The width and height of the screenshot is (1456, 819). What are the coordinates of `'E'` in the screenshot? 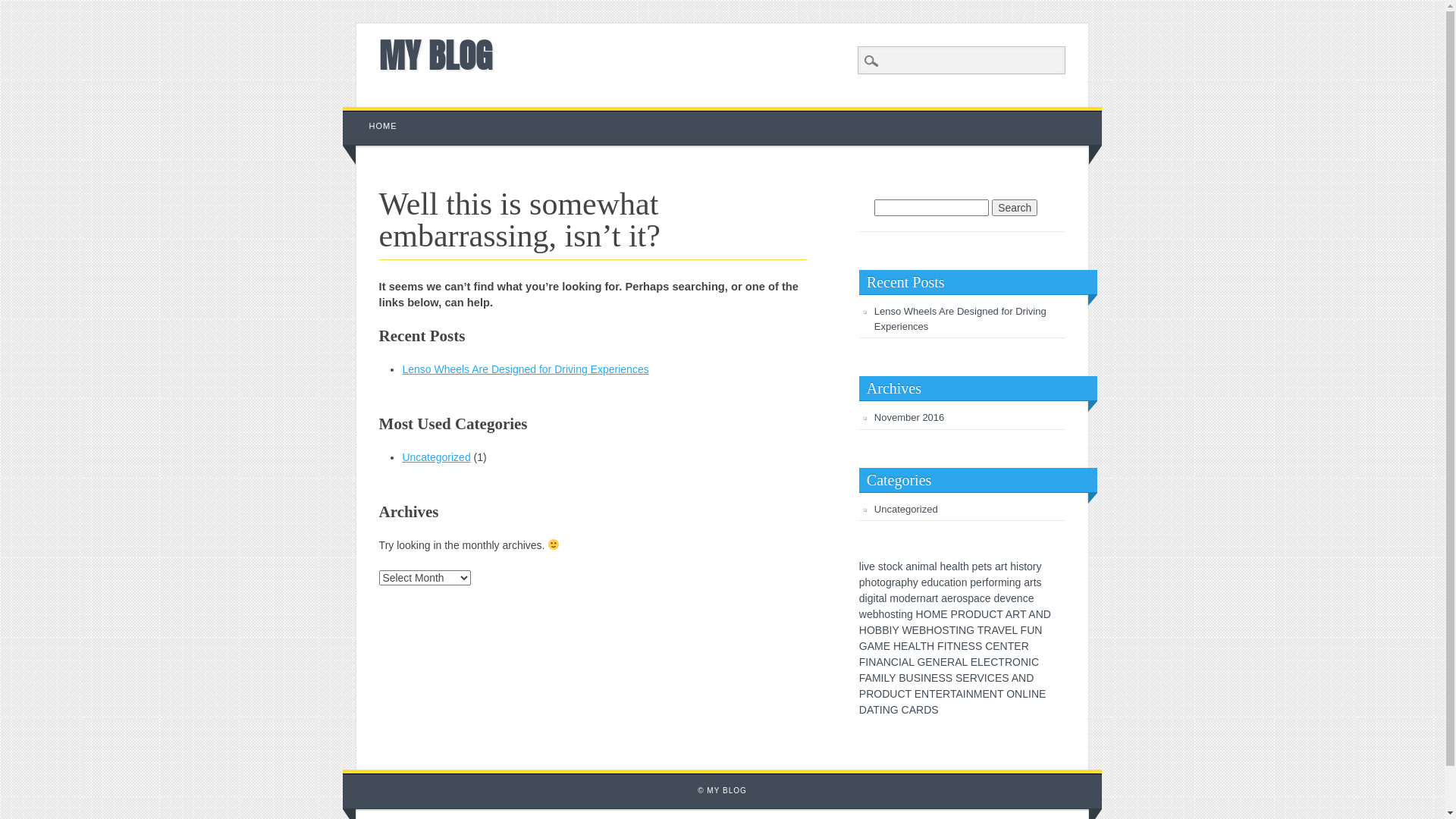 It's located at (934, 677).